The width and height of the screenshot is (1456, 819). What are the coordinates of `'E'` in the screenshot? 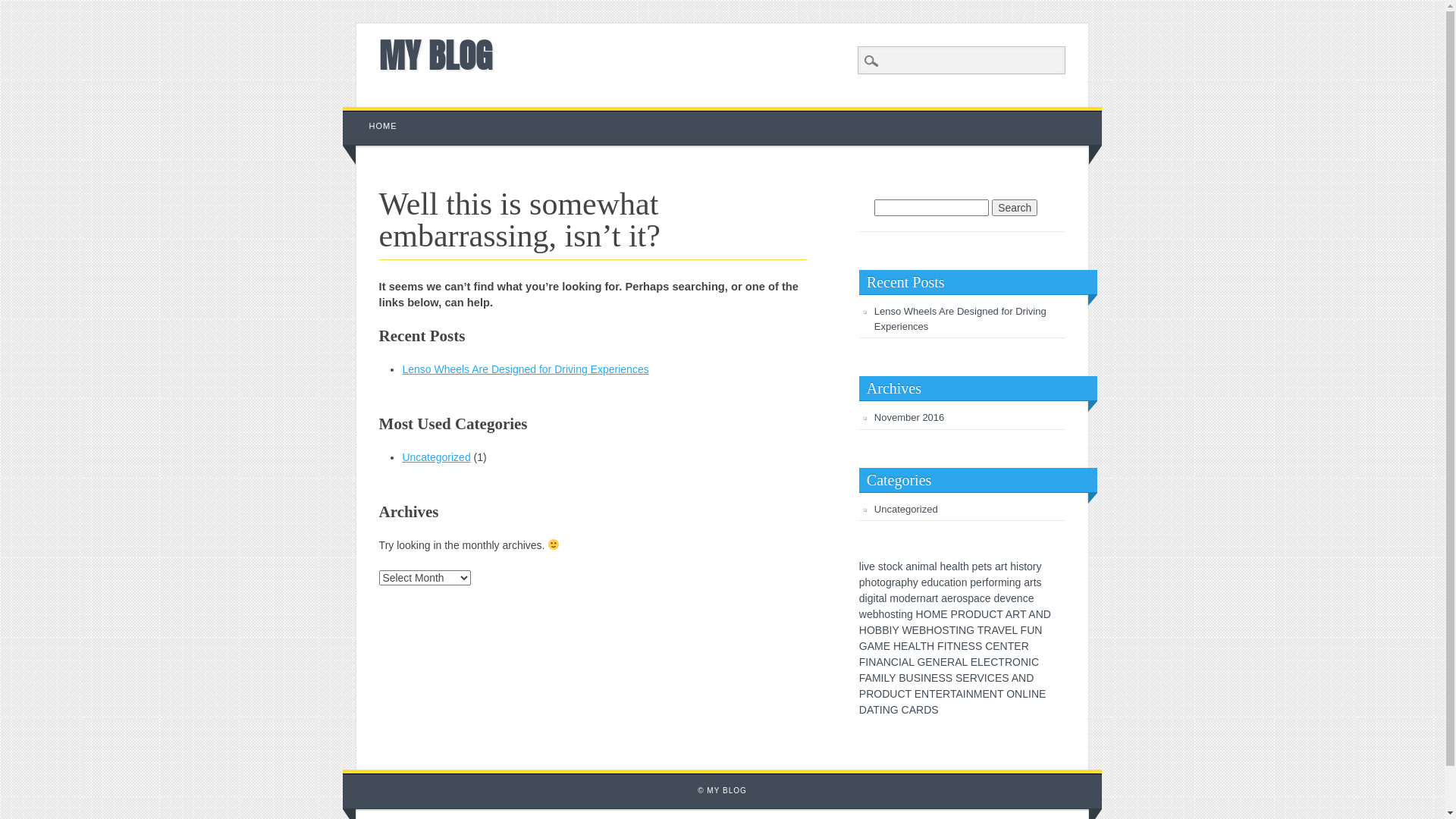 It's located at (934, 677).